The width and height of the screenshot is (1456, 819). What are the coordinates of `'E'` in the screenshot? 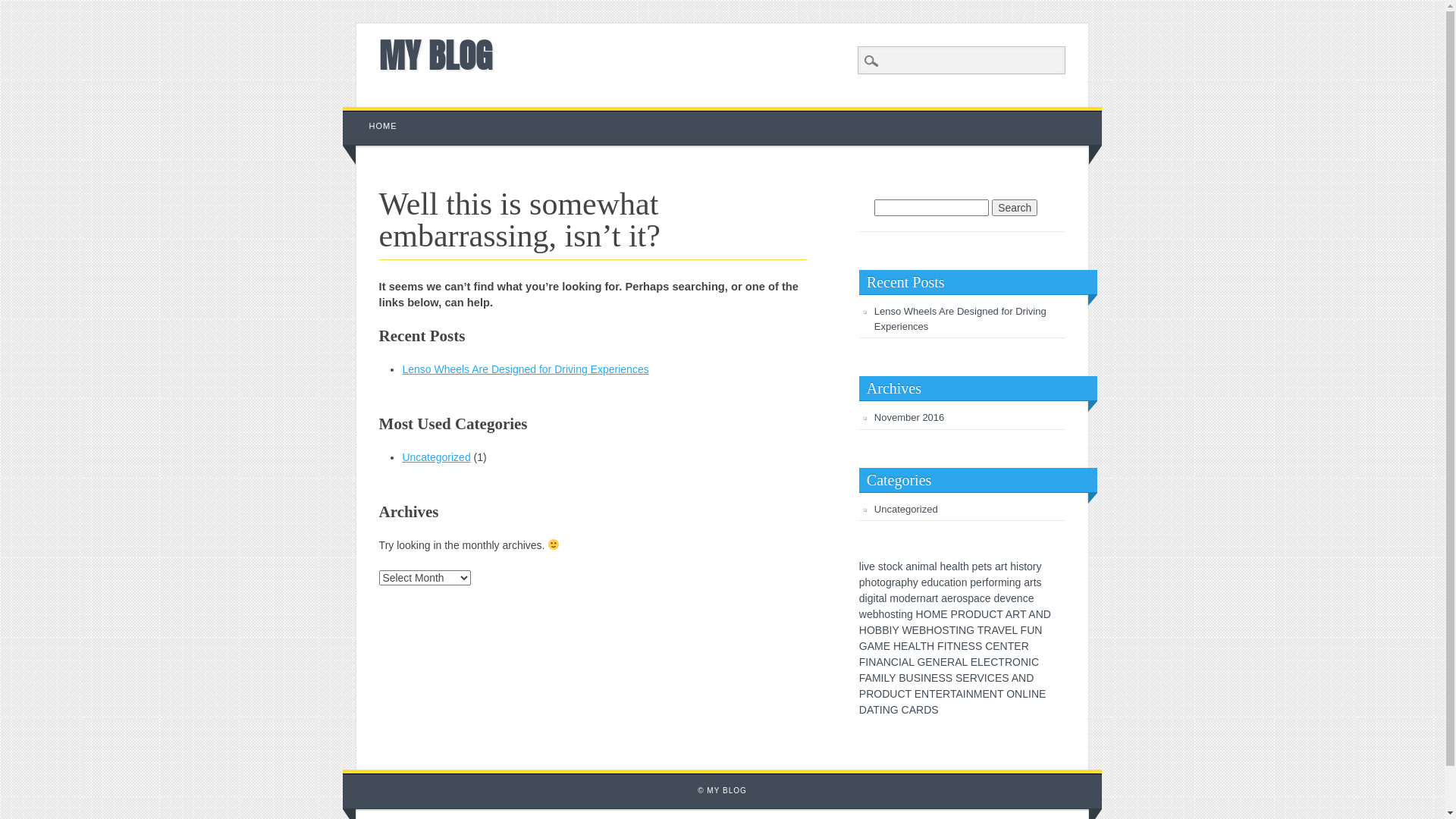 It's located at (934, 677).